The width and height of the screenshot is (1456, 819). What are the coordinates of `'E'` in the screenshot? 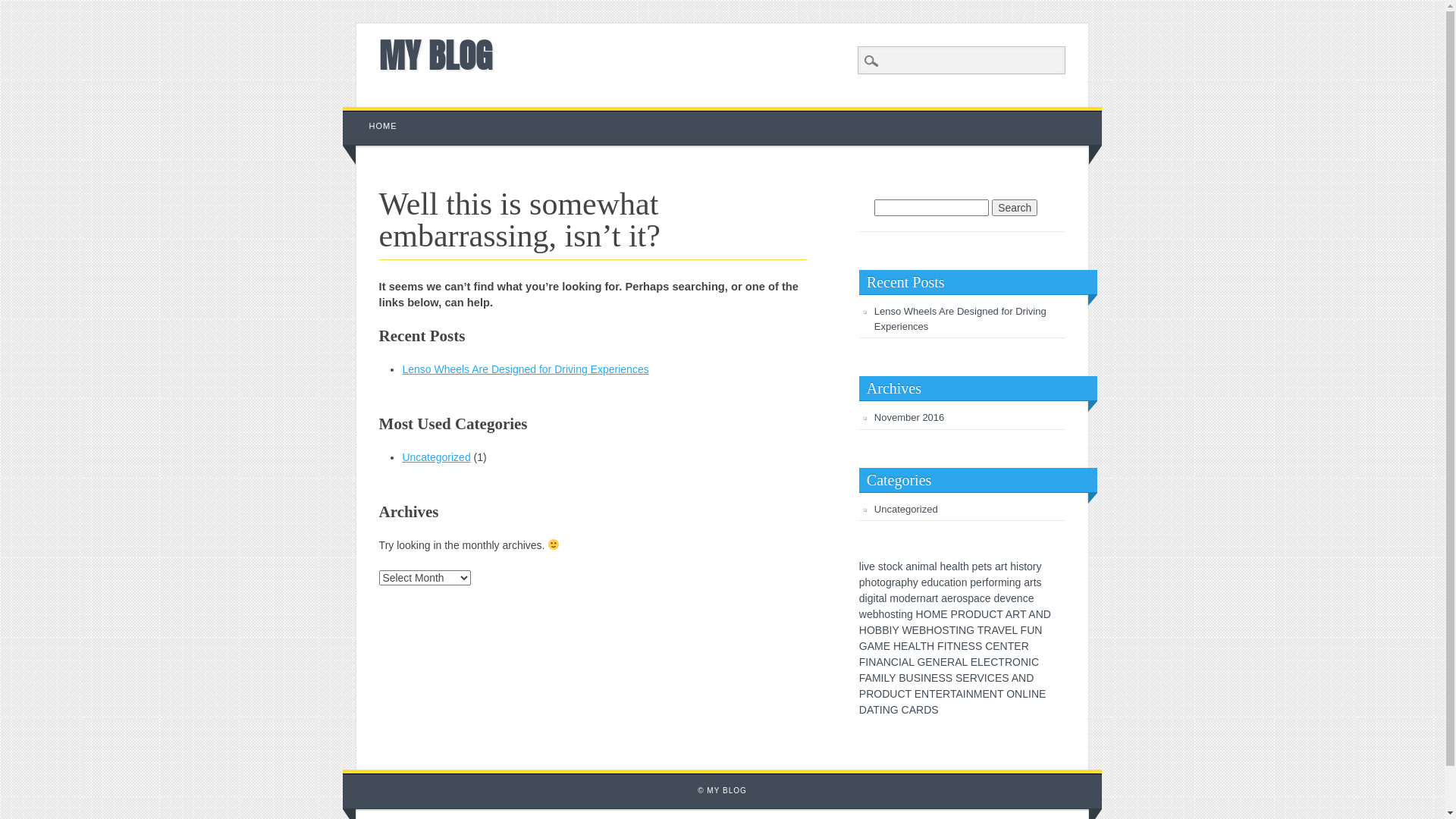 It's located at (934, 677).